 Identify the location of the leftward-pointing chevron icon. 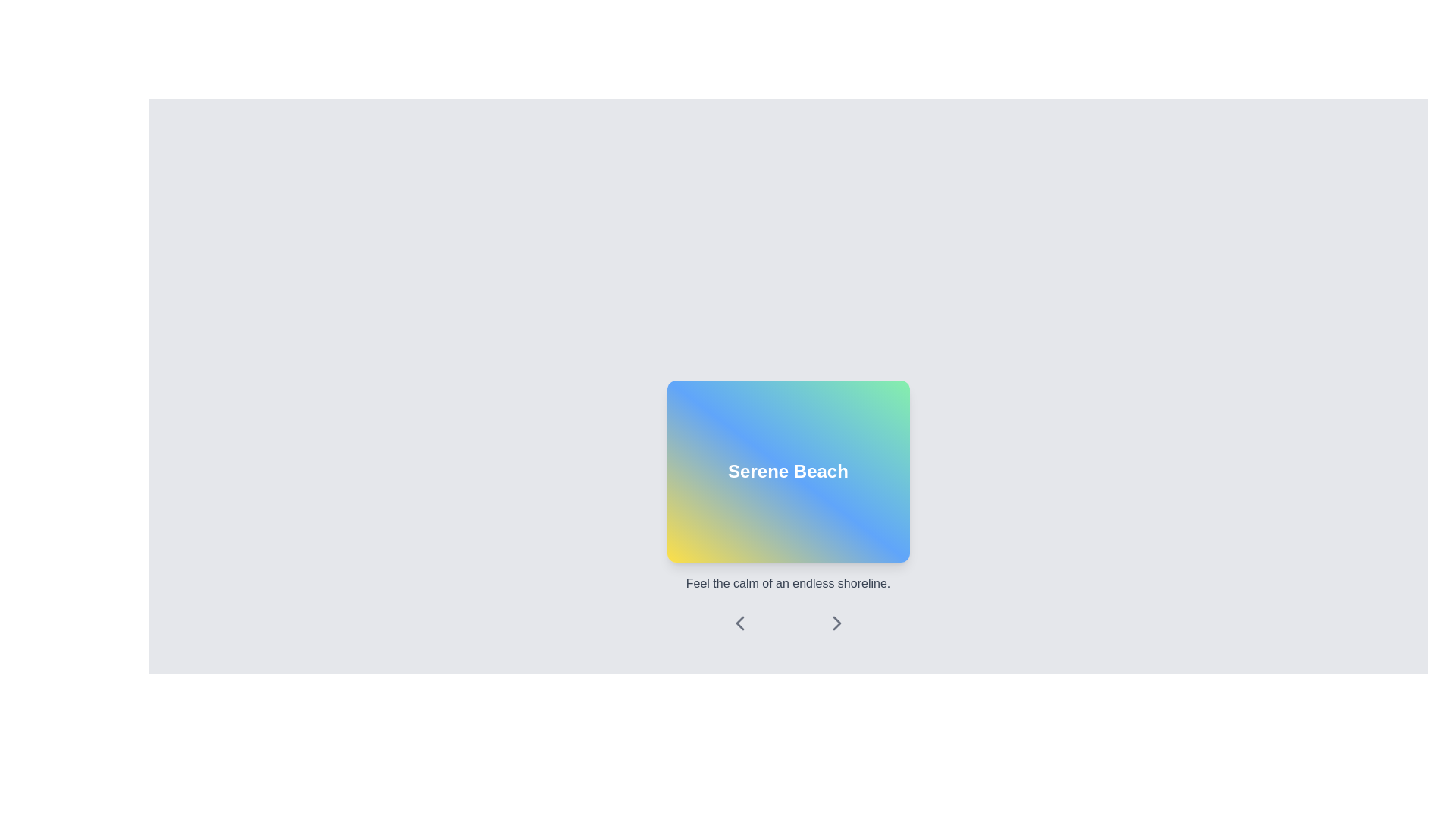
(739, 623).